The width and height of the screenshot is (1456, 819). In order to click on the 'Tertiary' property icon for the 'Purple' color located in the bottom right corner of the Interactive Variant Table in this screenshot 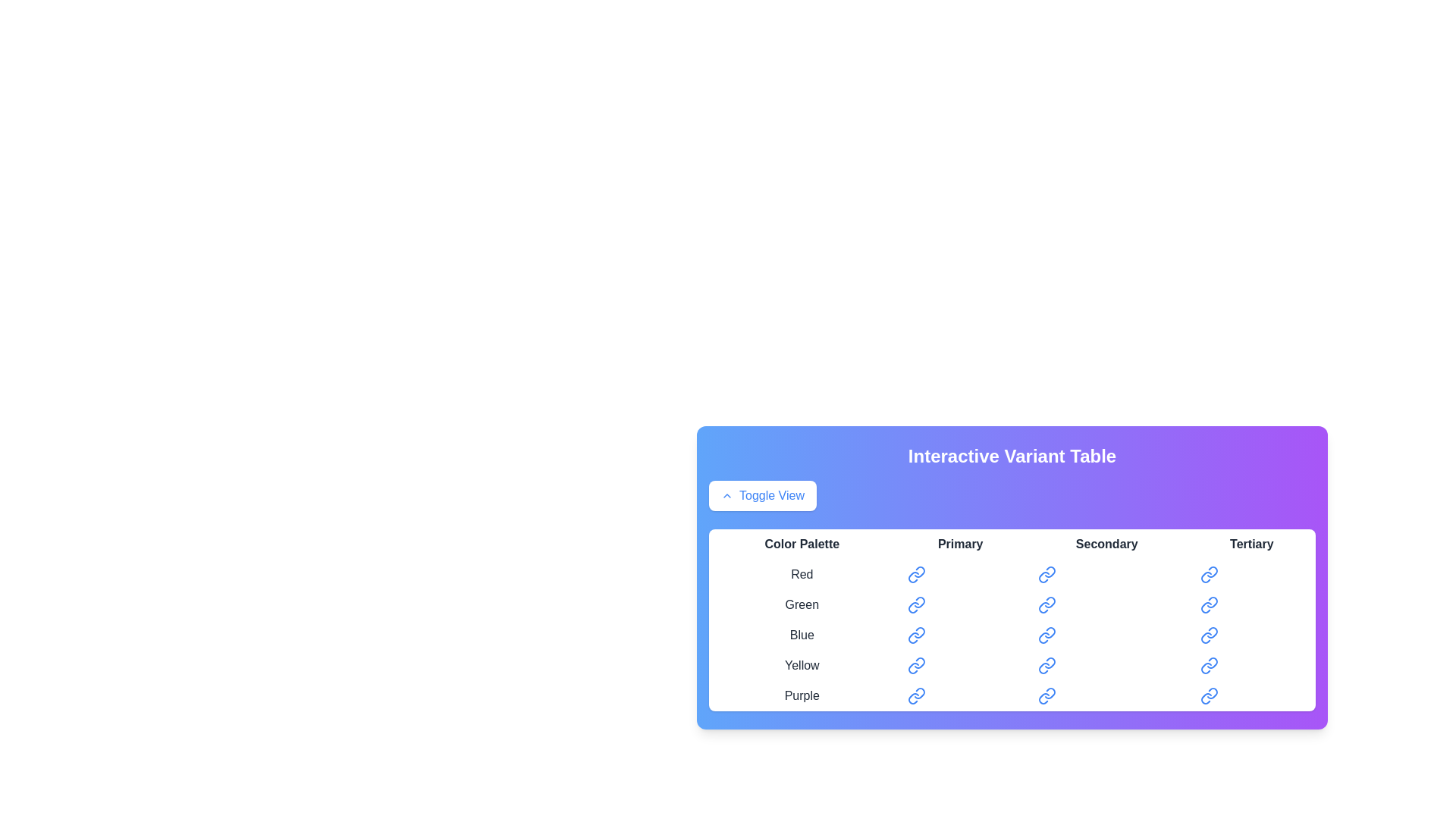, I will do `click(1211, 693)`.